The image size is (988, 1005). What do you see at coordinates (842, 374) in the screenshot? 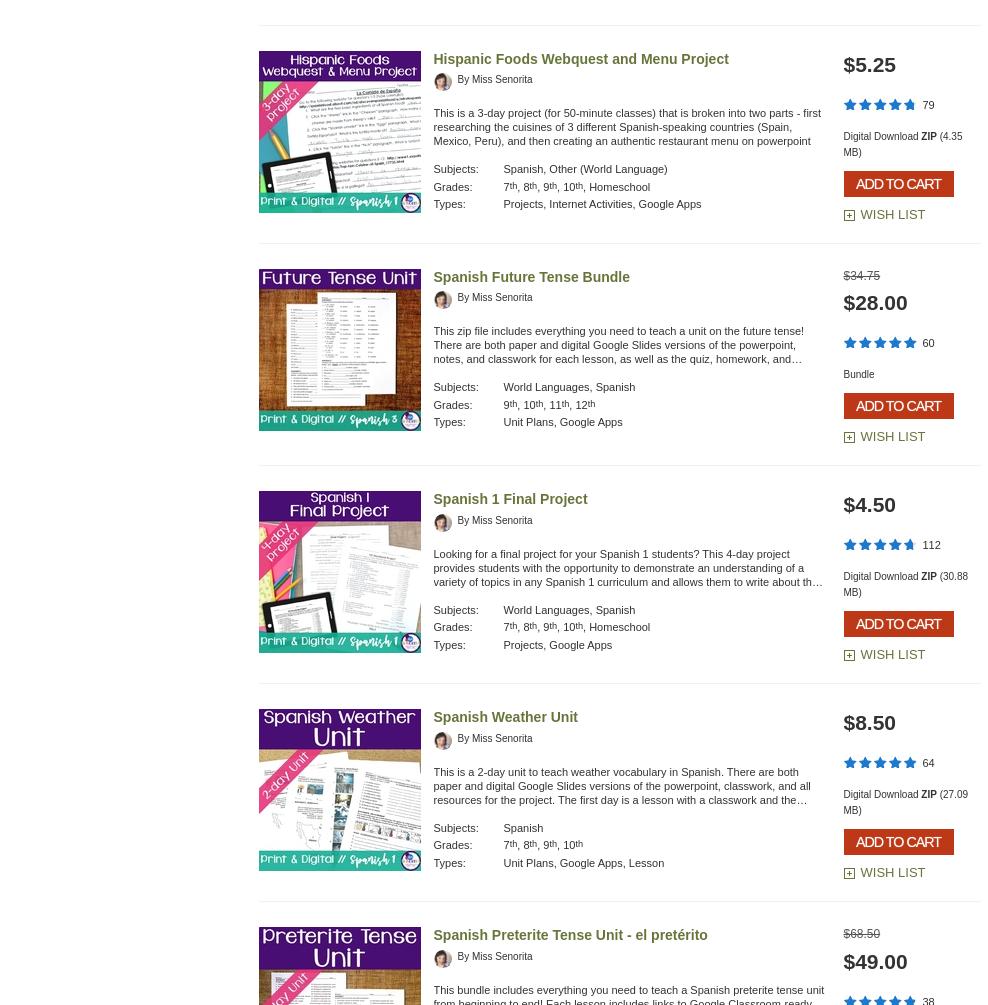
I see `'Bundle'` at bounding box center [842, 374].